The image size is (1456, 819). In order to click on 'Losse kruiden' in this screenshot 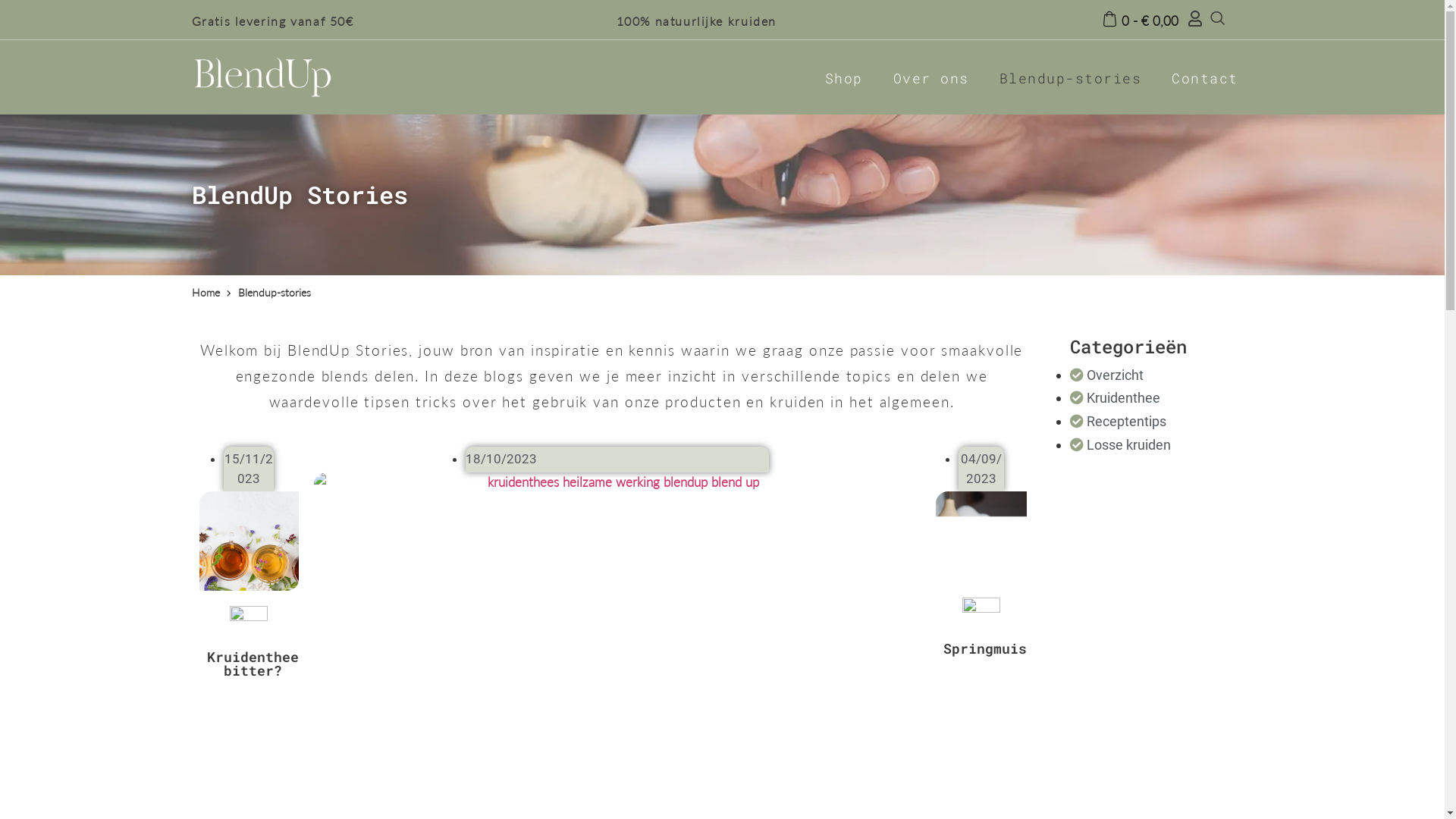, I will do `click(1120, 444)`.